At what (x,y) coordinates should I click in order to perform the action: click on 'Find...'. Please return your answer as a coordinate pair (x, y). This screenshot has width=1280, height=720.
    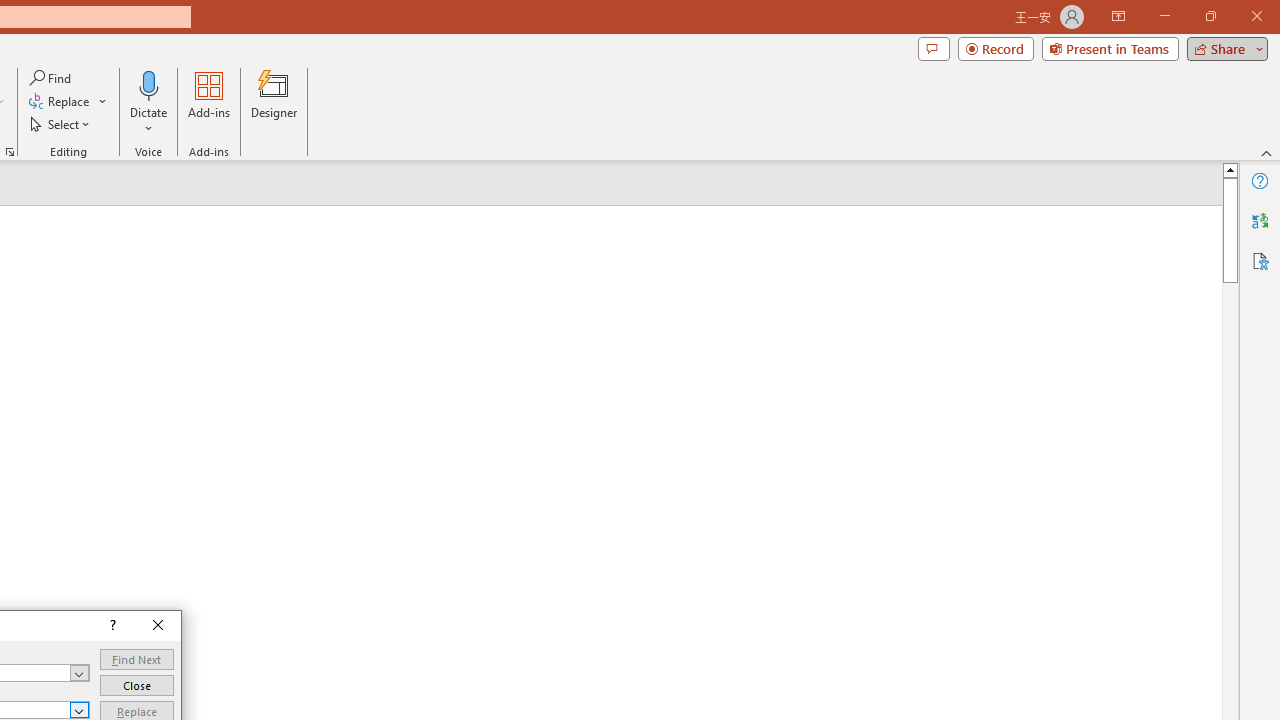
    Looking at the image, I should click on (51, 77).